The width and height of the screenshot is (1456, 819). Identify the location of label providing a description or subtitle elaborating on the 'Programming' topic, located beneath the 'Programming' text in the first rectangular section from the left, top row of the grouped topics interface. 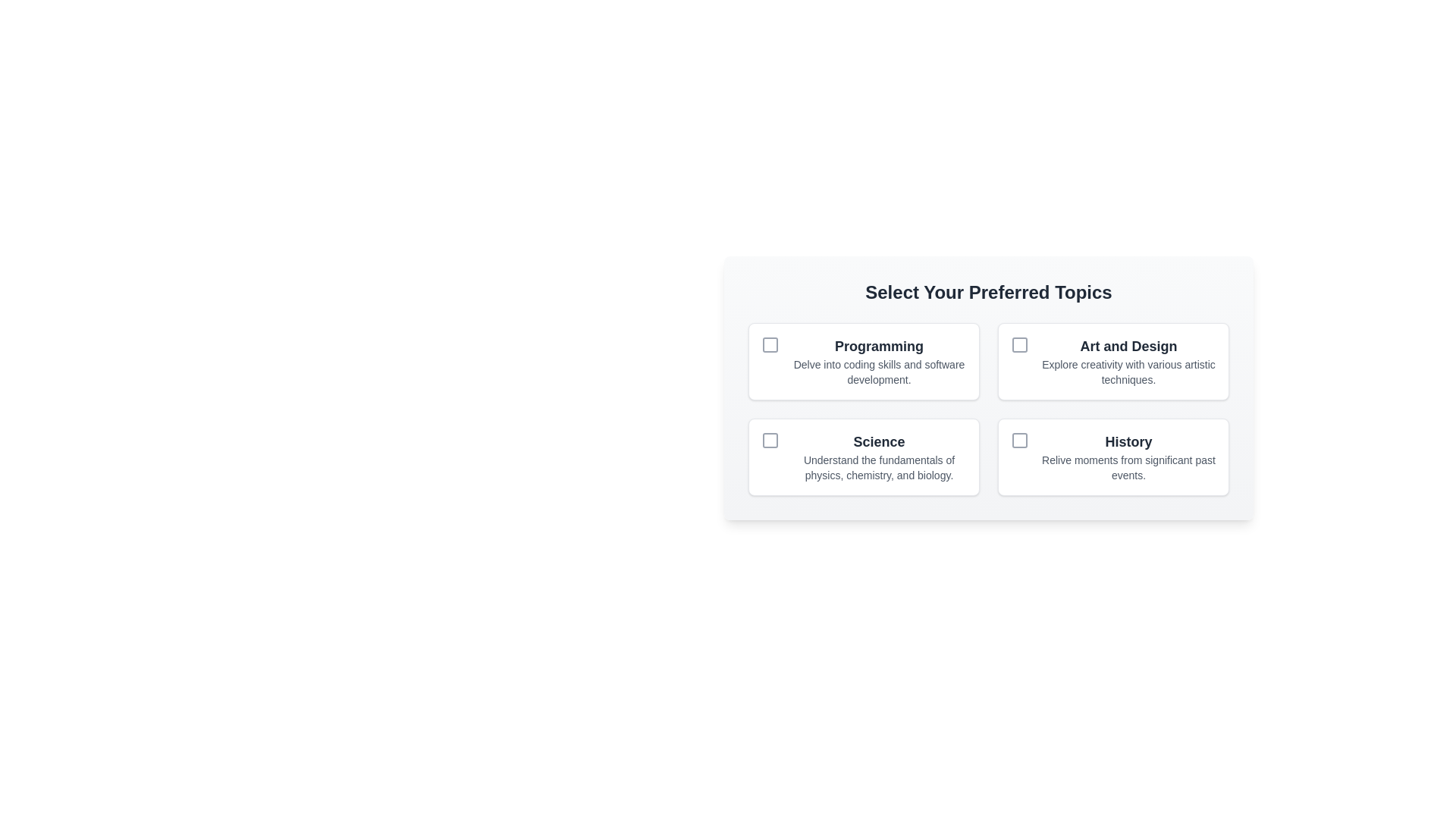
(879, 372).